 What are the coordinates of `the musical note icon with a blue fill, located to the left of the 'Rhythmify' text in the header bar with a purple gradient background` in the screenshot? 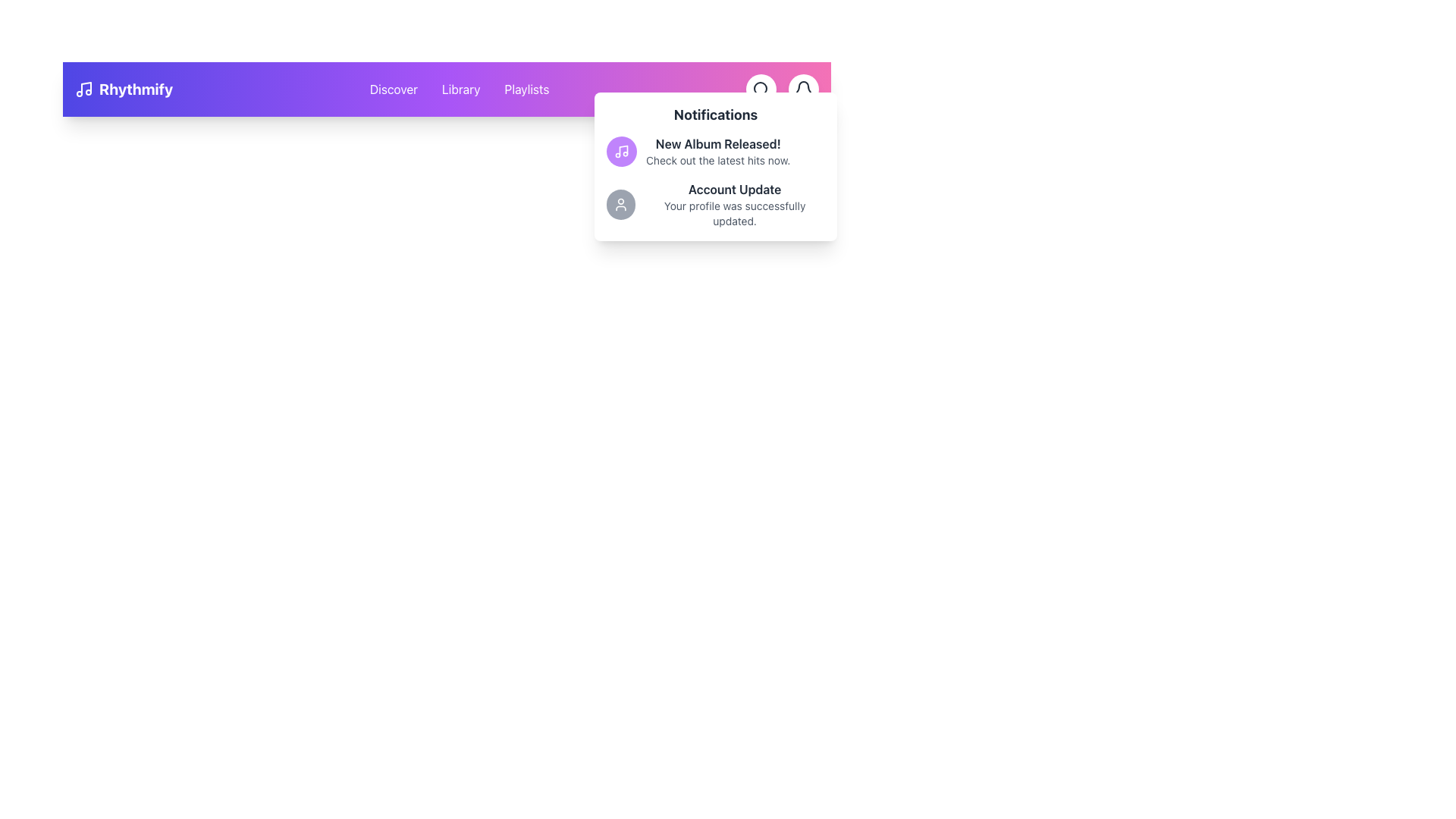 It's located at (83, 89).